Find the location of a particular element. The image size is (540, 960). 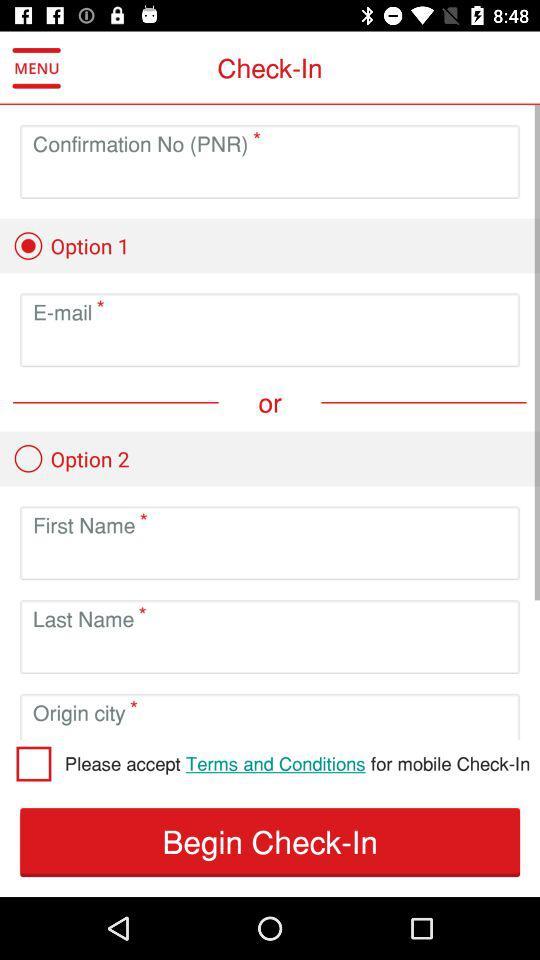

option2 is located at coordinates (70, 458).